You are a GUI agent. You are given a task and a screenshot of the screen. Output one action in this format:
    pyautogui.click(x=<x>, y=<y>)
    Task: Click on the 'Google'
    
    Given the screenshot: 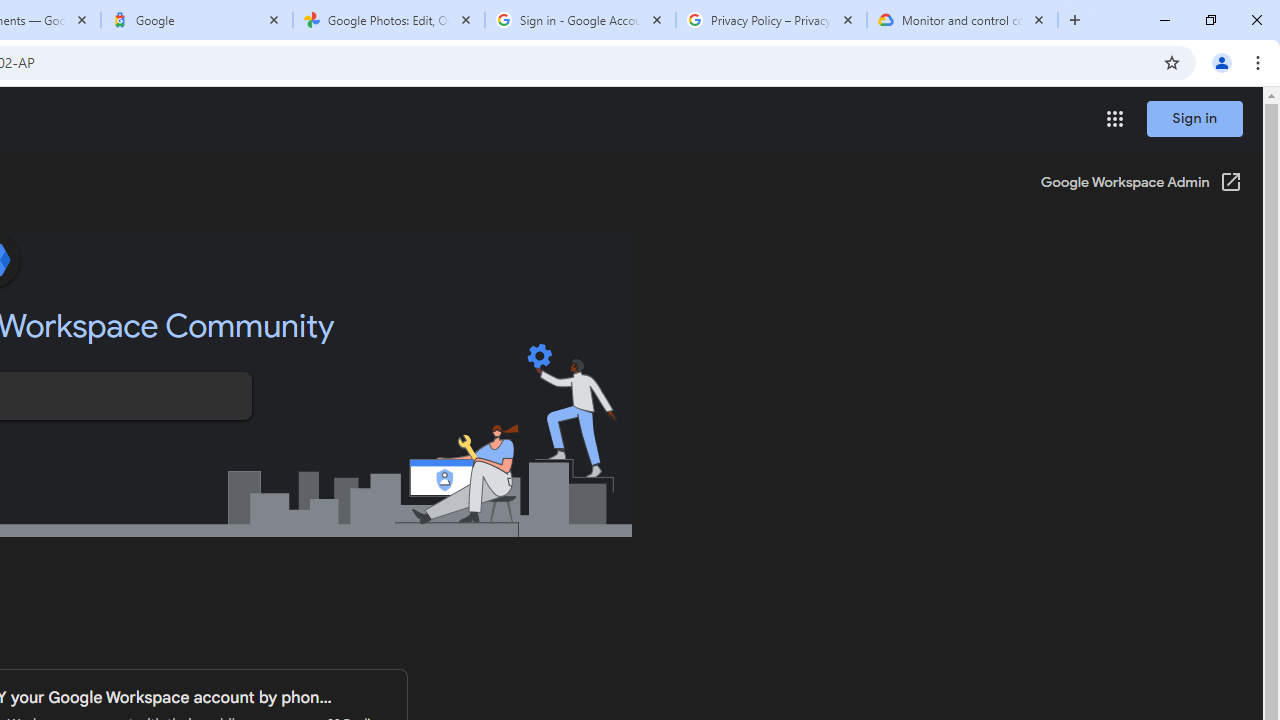 What is the action you would take?
    pyautogui.click(x=197, y=20)
    